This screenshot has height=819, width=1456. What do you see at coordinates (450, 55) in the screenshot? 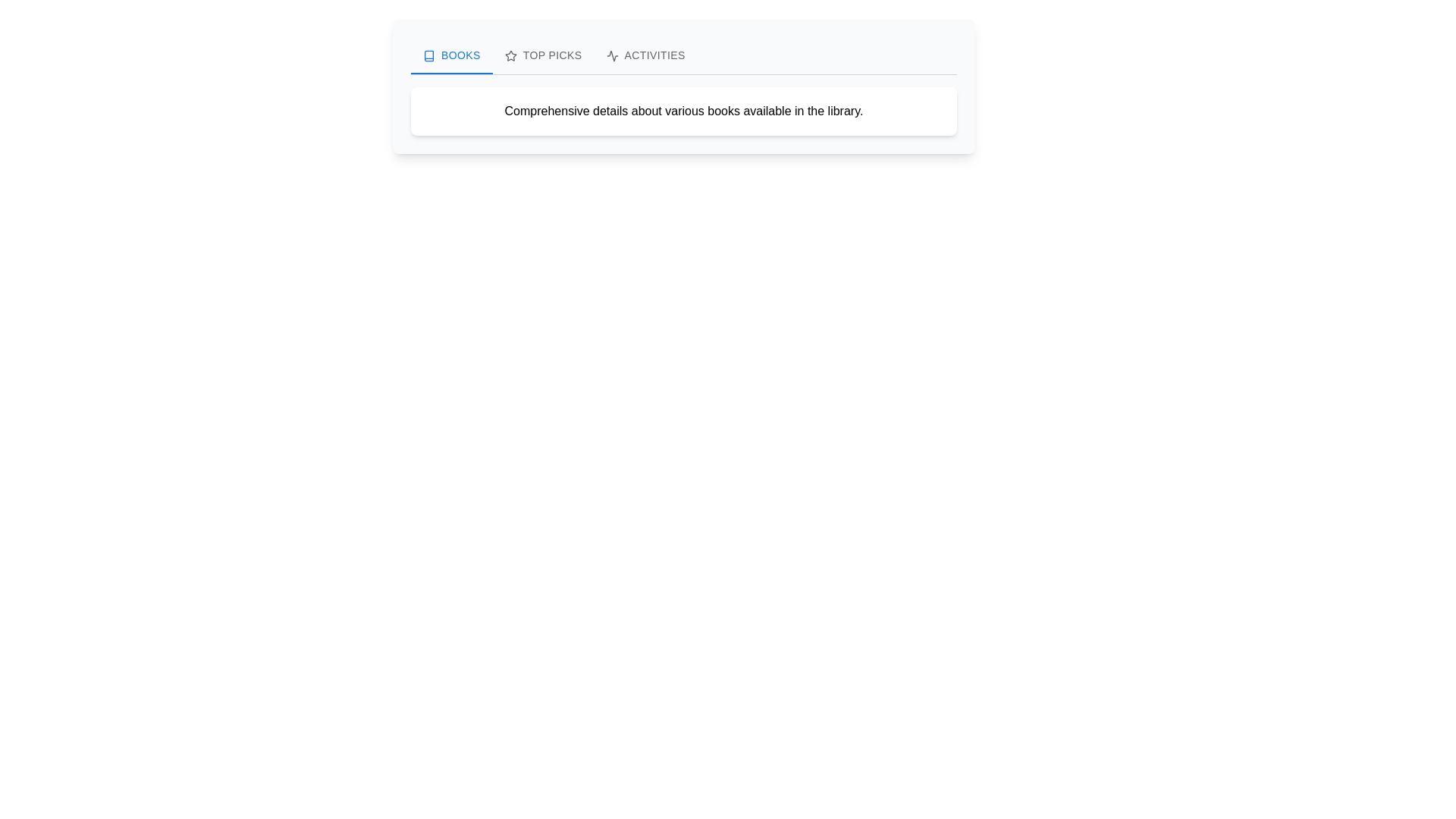
I see `the 'Books' tab in the navigation bar, which consists of a blue book icon followed by the text 'Books'` at bounding box center [450, 55].